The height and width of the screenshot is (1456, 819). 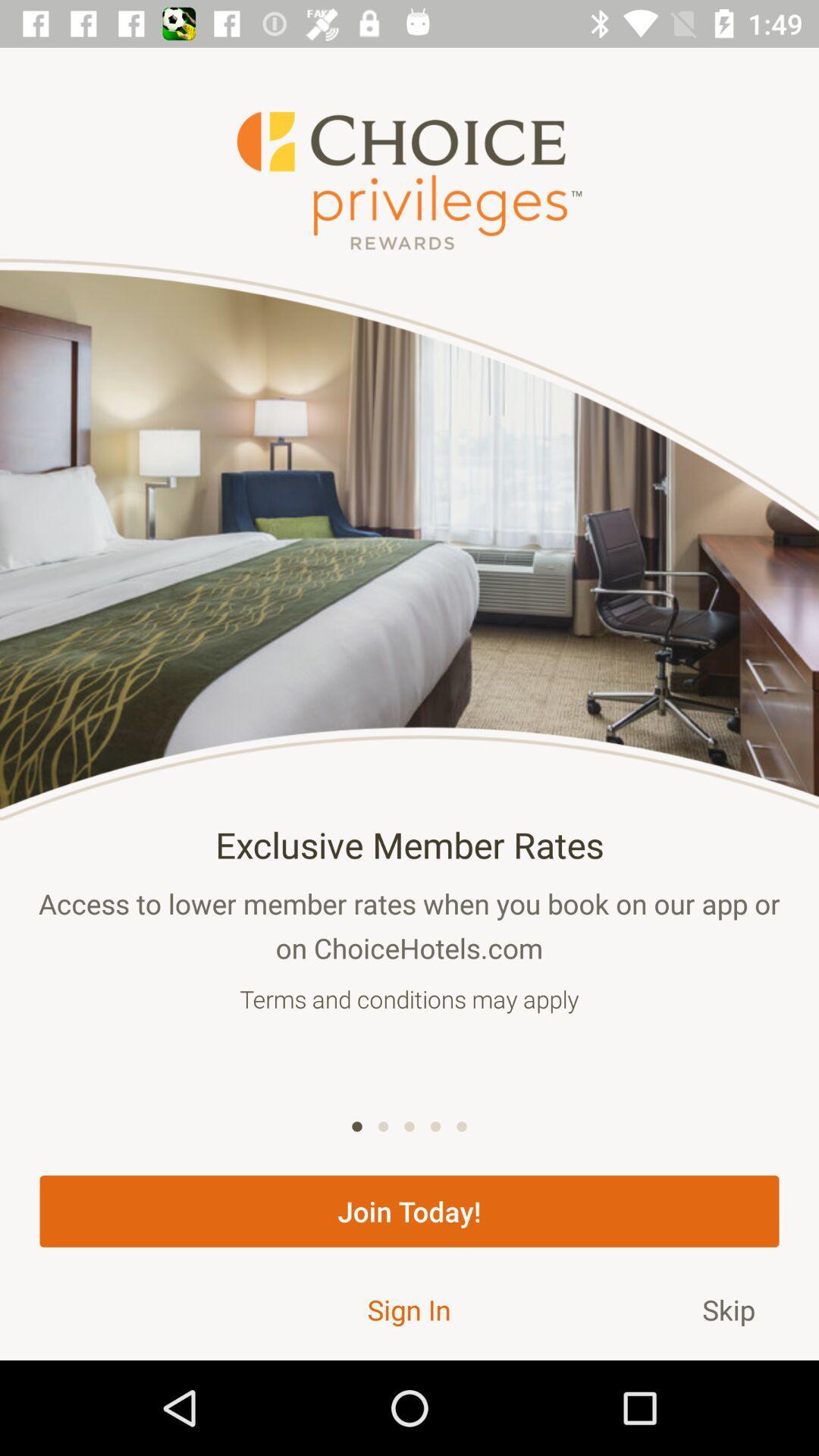 I want to click on the skip item, so click(x=728, y=1309).